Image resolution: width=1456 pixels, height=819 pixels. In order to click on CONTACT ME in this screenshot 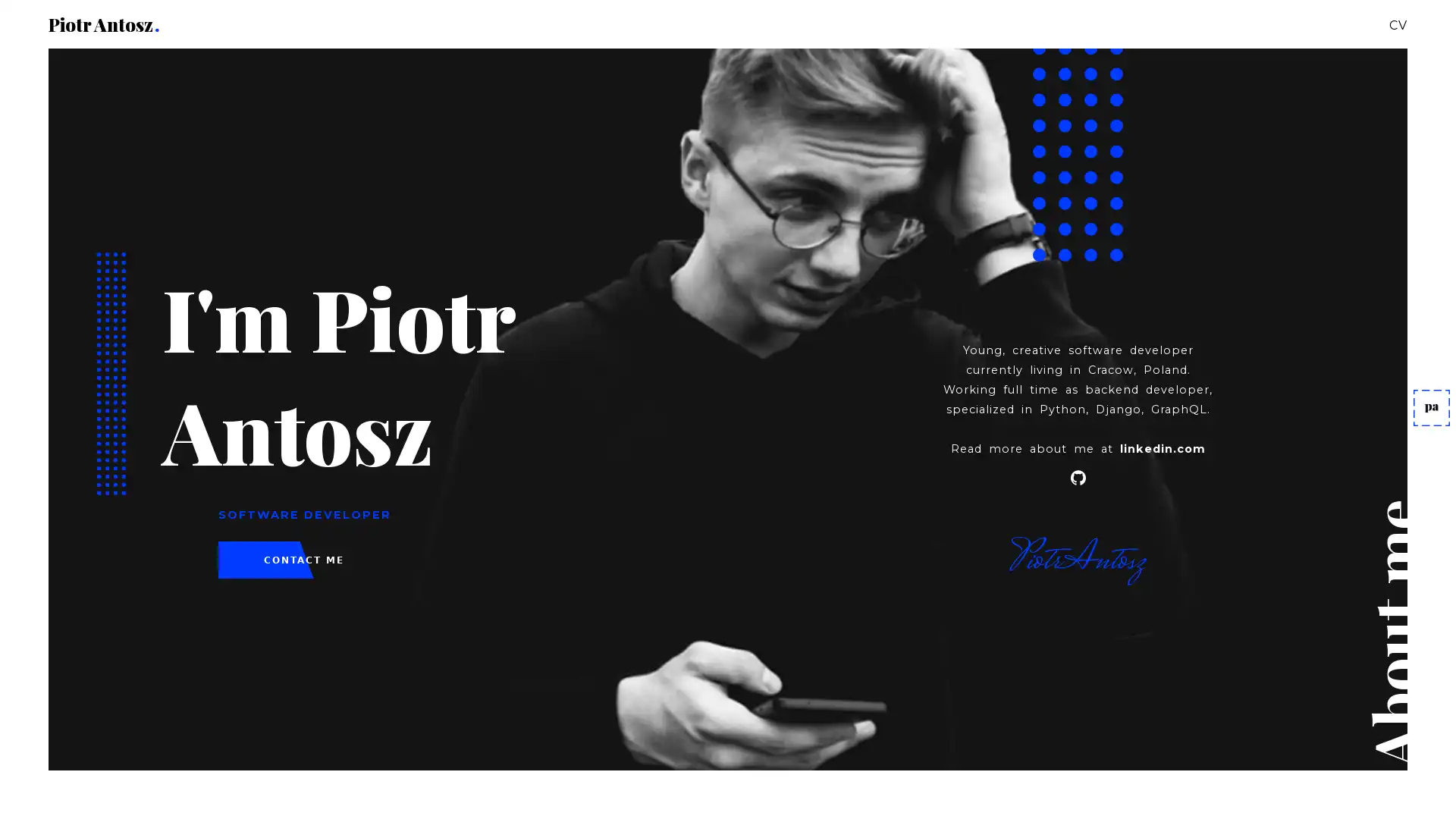, I will do `click(303, 560)`.